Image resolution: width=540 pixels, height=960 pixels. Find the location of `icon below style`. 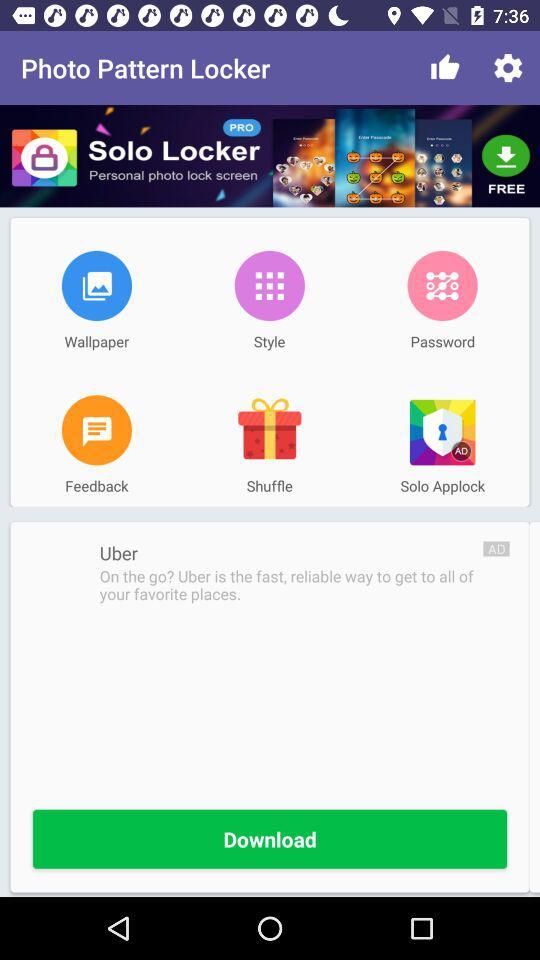

icon below style is located at coordinates (269, 430).